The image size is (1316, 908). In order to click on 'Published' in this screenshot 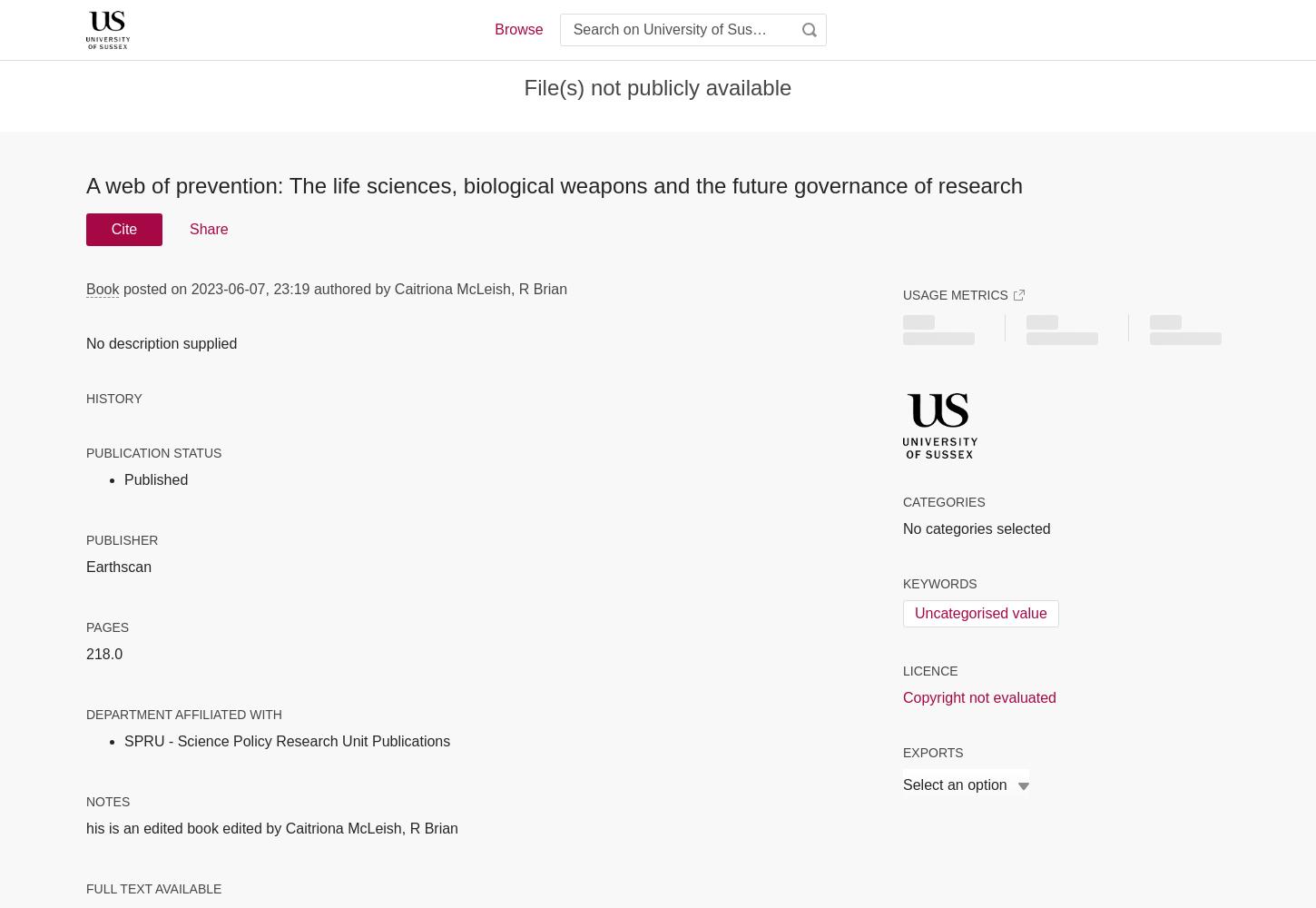, I will do `click(123, 479)`.